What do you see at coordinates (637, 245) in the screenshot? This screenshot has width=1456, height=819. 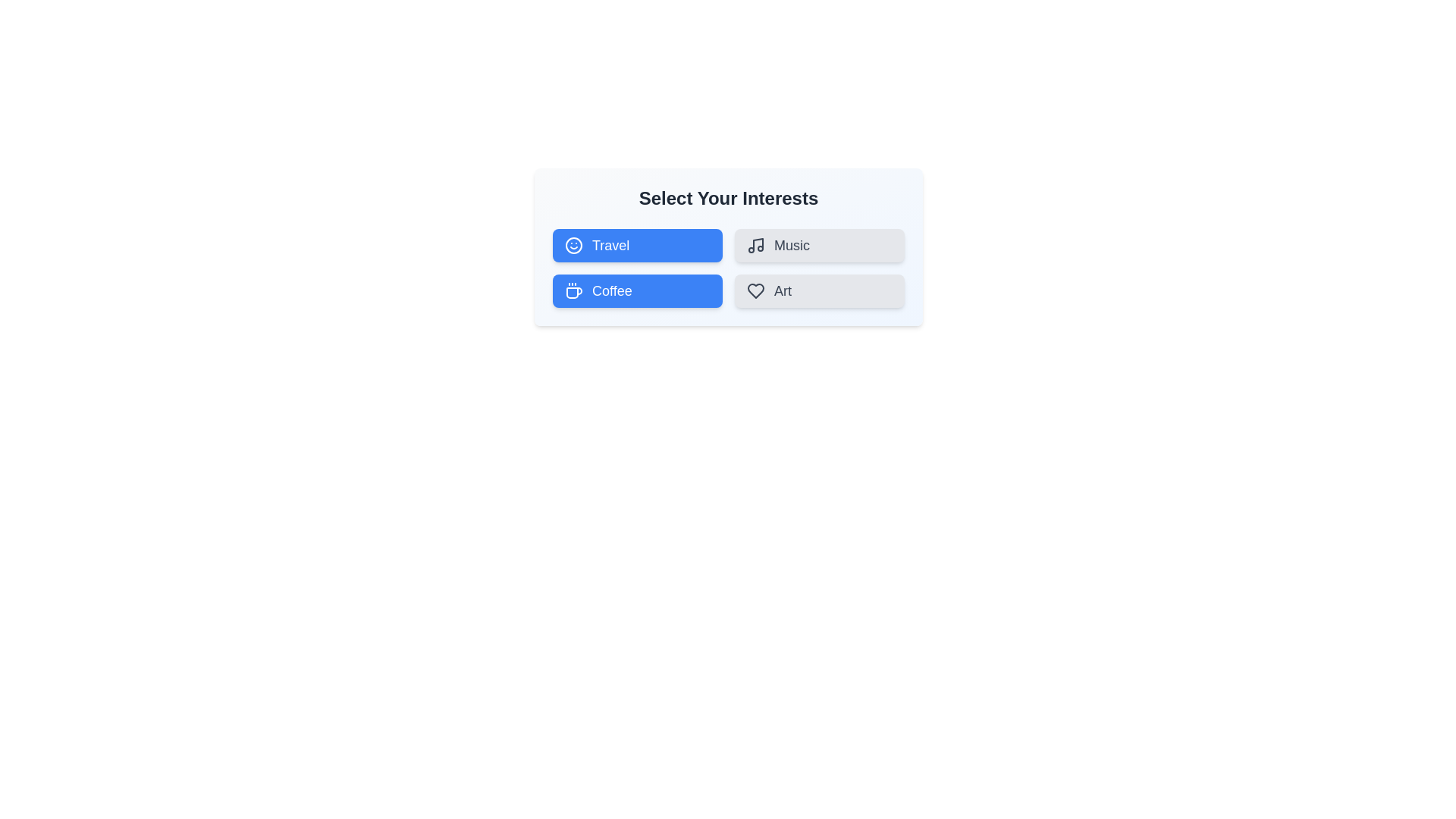 I see `the interest Travel by clicking its button` at bounding box center [637, 245].